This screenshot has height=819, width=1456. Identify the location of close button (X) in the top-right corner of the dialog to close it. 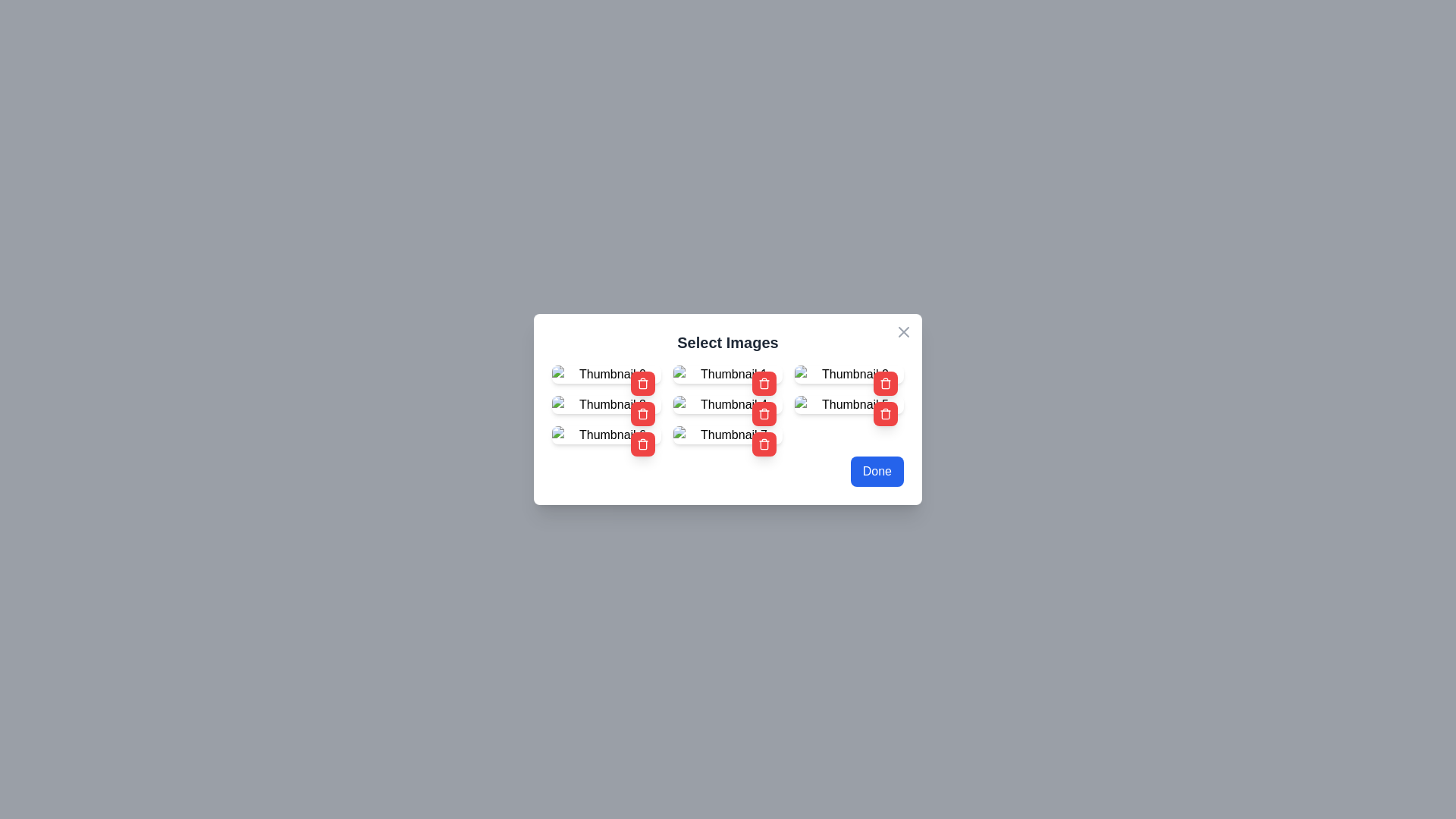
(903, 331).